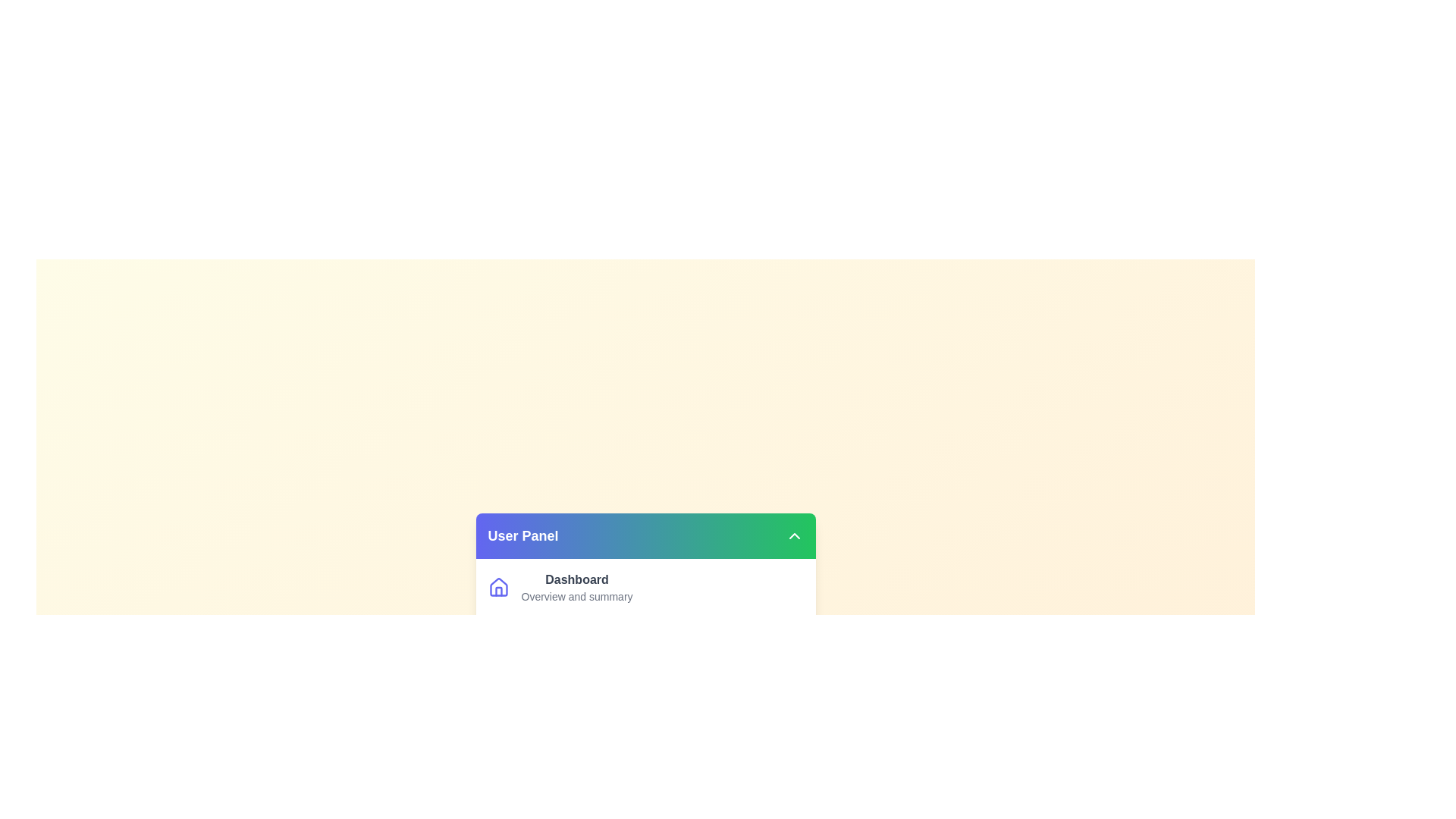 The height and width of the screenshot is (819, 1456). I want to click on the menu item labeled Dashboard, so click(576, 586).